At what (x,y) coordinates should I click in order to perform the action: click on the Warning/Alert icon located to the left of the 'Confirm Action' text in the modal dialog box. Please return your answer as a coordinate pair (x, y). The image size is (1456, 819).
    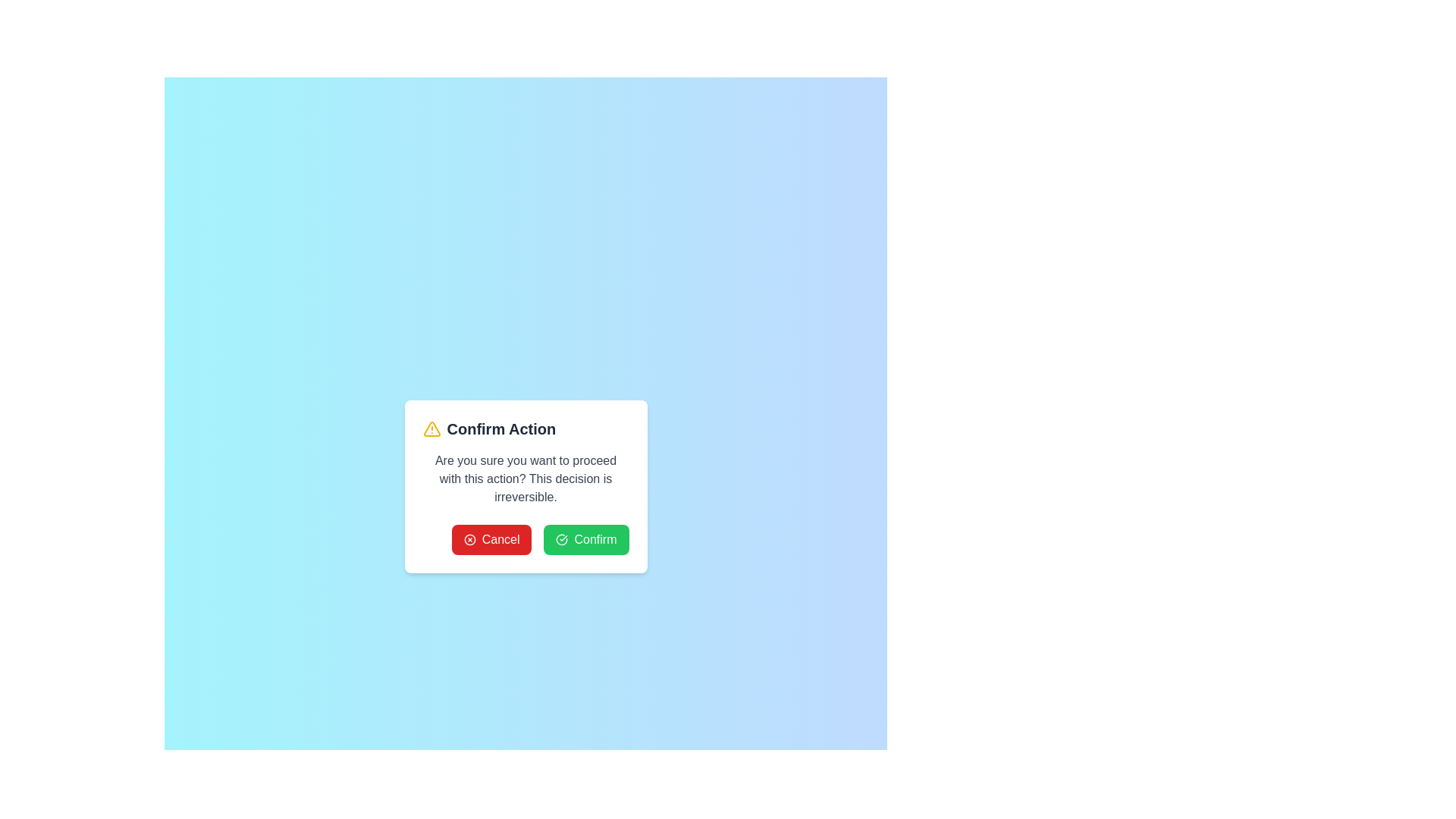
    Looking at the image, I should click on (431, 429).